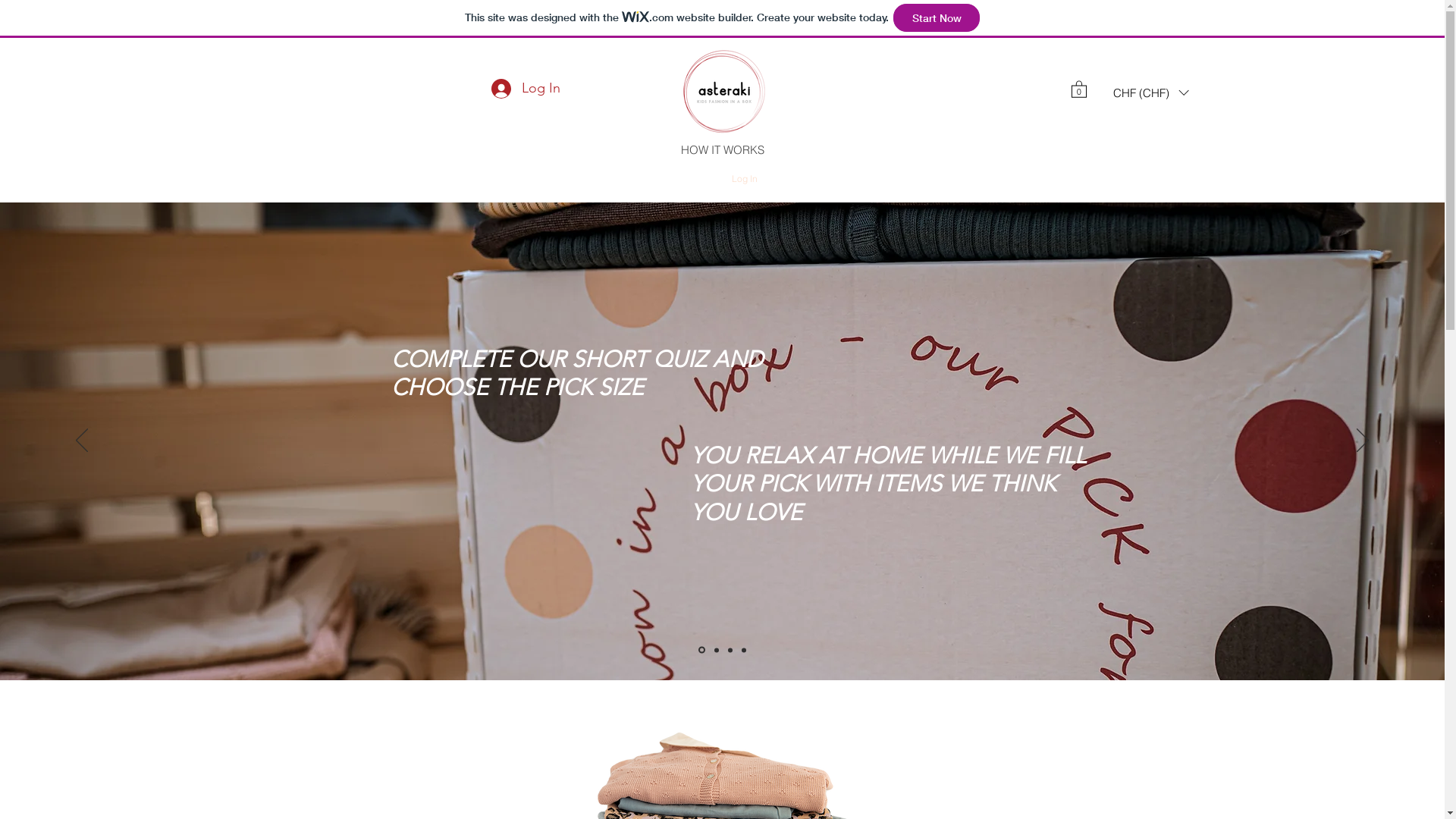  Describe the element at coordinates (720, 178) in the screenshot. I see `'Log In'` at that location.